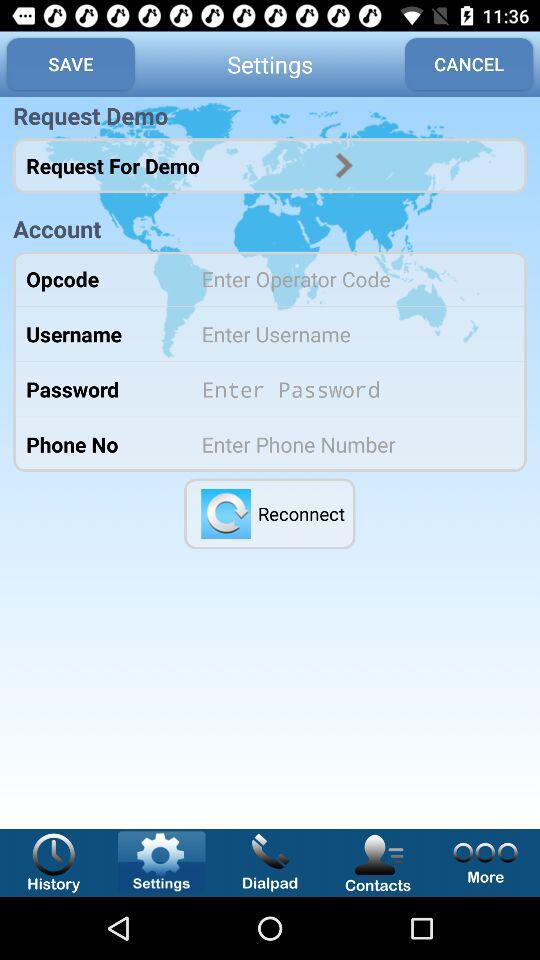 The height and width of the screenshot is (960, 540). What do you see at coordinates (350, 334) in the screenshot?
I see `text box` at bounding box center [350, 334].